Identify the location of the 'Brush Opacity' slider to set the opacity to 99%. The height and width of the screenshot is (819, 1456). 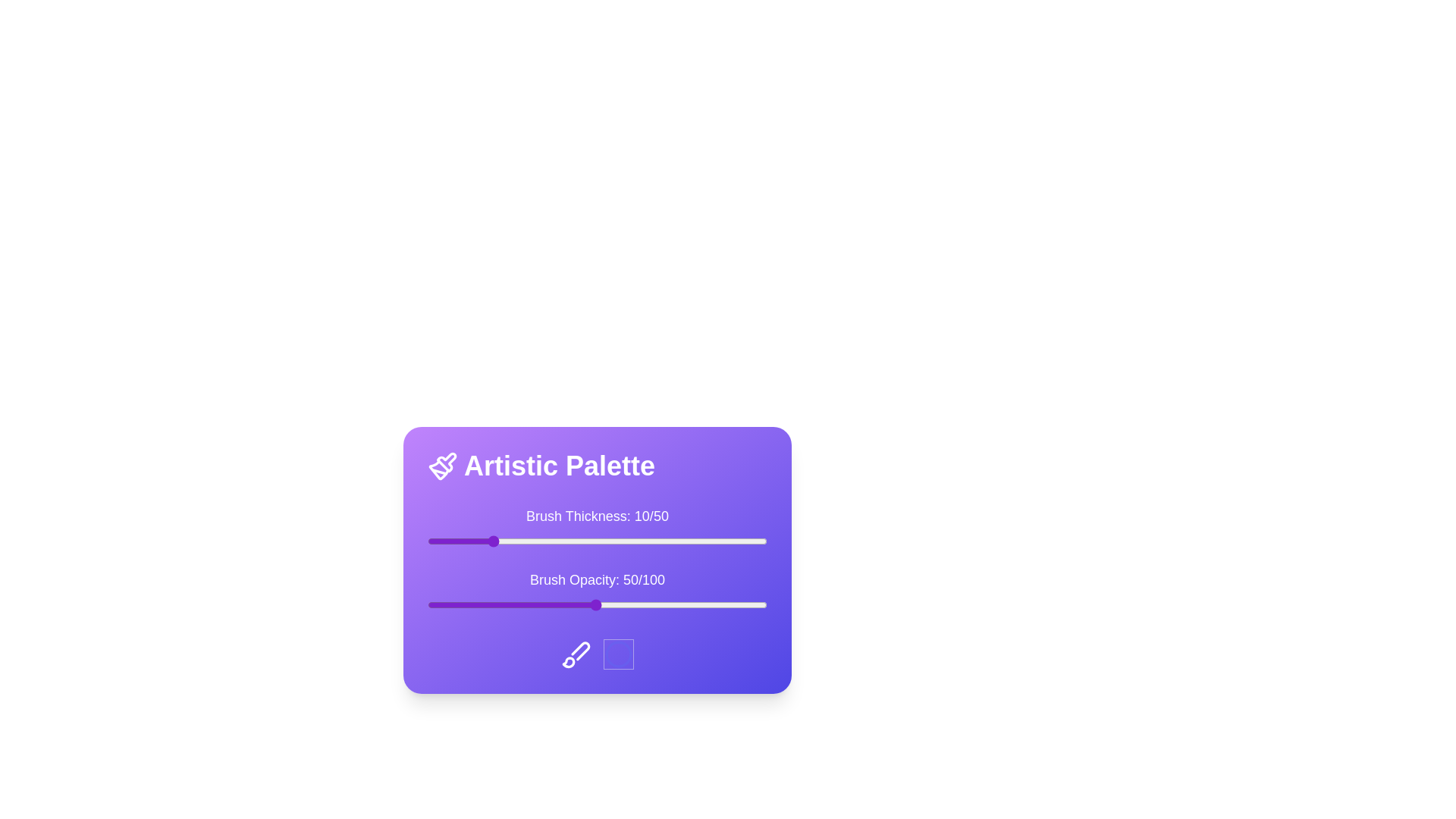
(764, 604).